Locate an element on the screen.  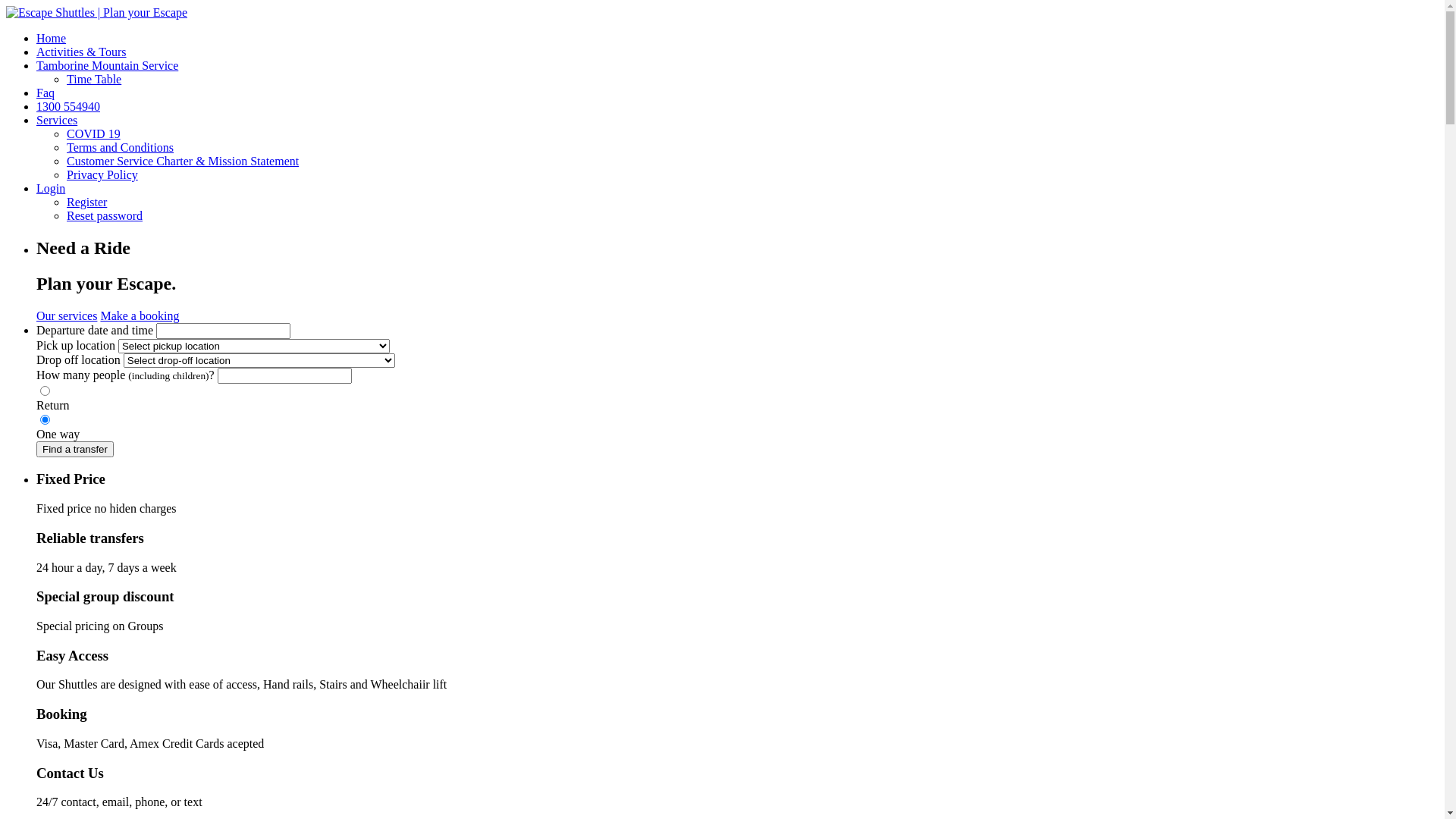
'Tamborine Mountain Service' is located at coordinates (106, 64).